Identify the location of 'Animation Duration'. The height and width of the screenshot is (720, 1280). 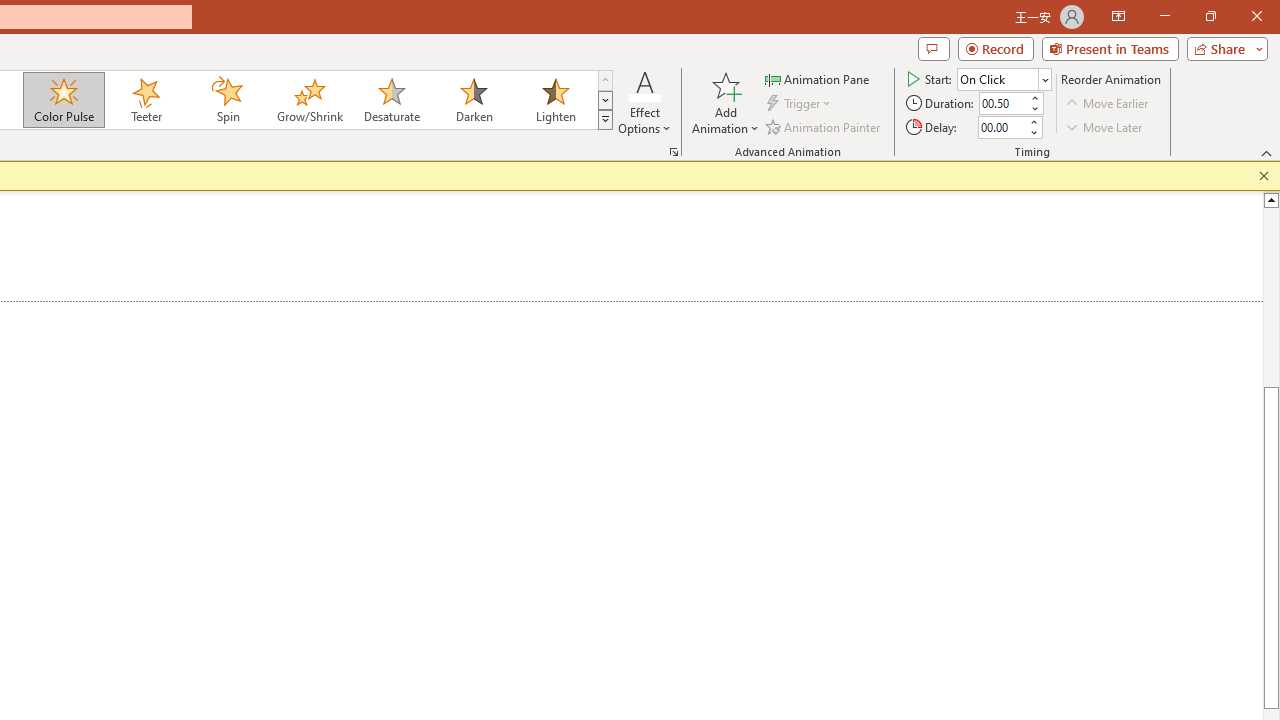
(1003, 103).